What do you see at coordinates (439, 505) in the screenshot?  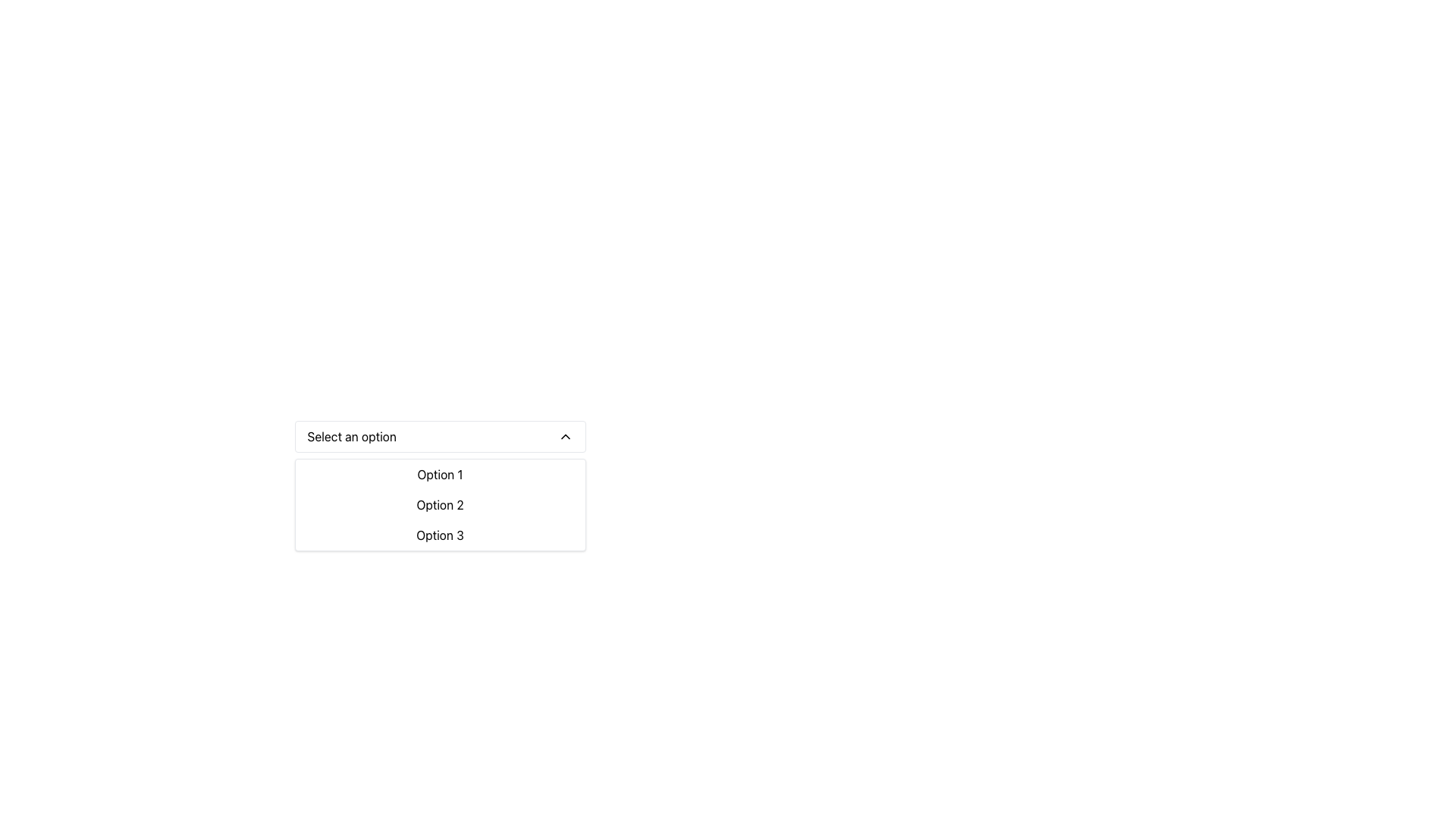 I see `the selectable option for 'Option 2' within the dropdown menu for keyboard navigation` at bounding box center [439, 505].